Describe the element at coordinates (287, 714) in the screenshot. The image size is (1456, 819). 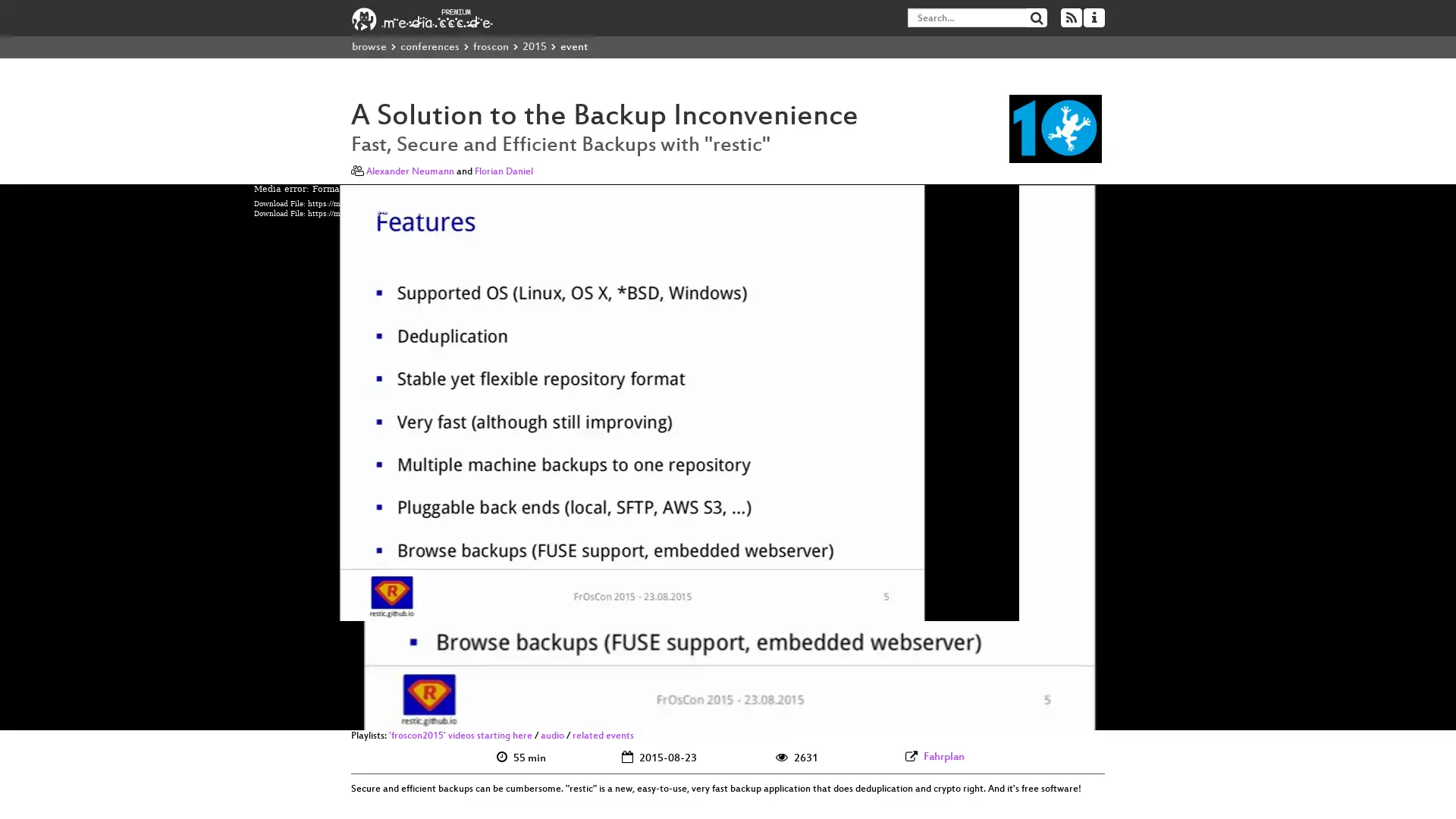
I see `Play` at that location.